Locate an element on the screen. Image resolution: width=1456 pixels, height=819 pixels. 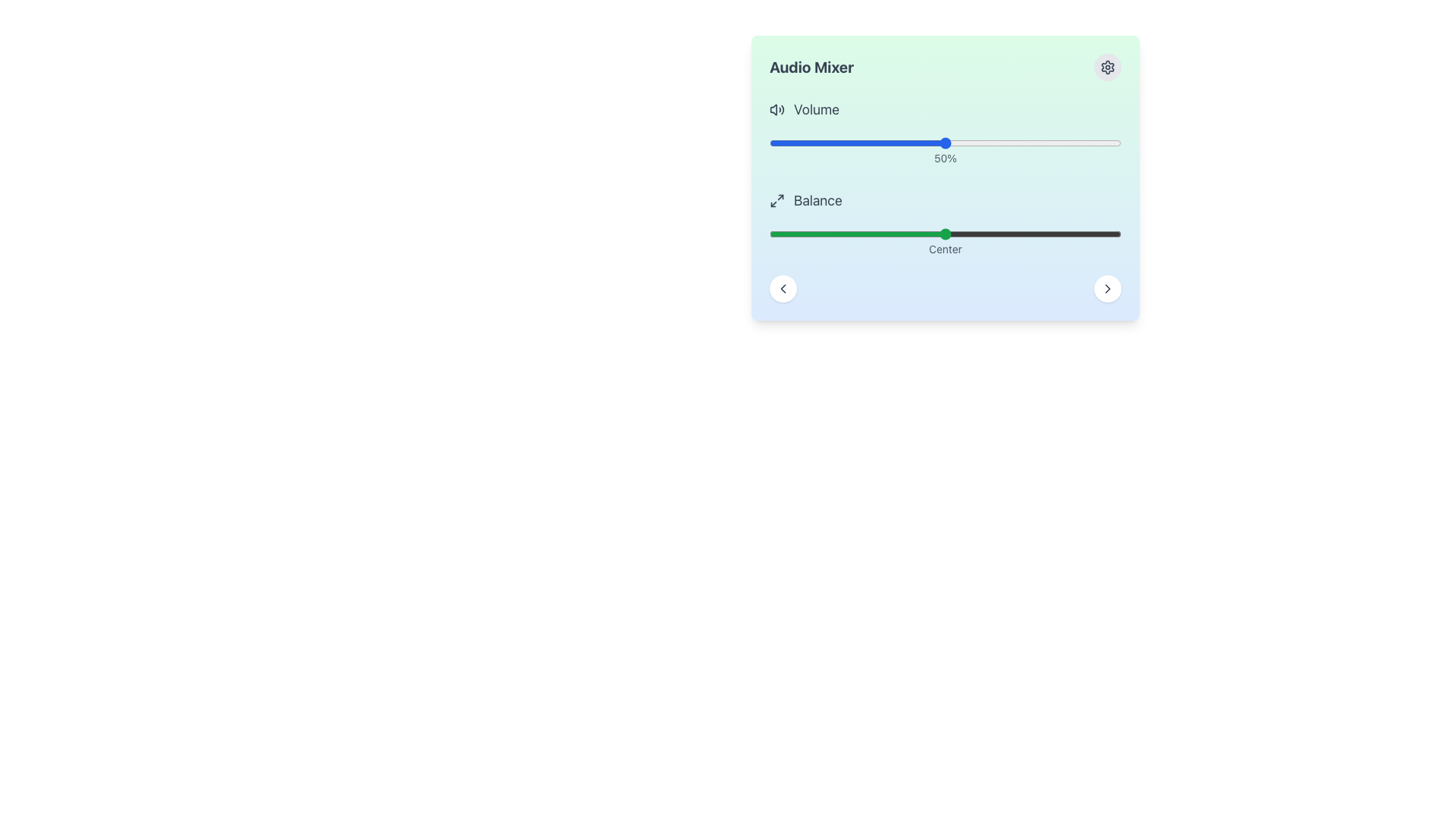
the volume is located at coordinates (974, 143).